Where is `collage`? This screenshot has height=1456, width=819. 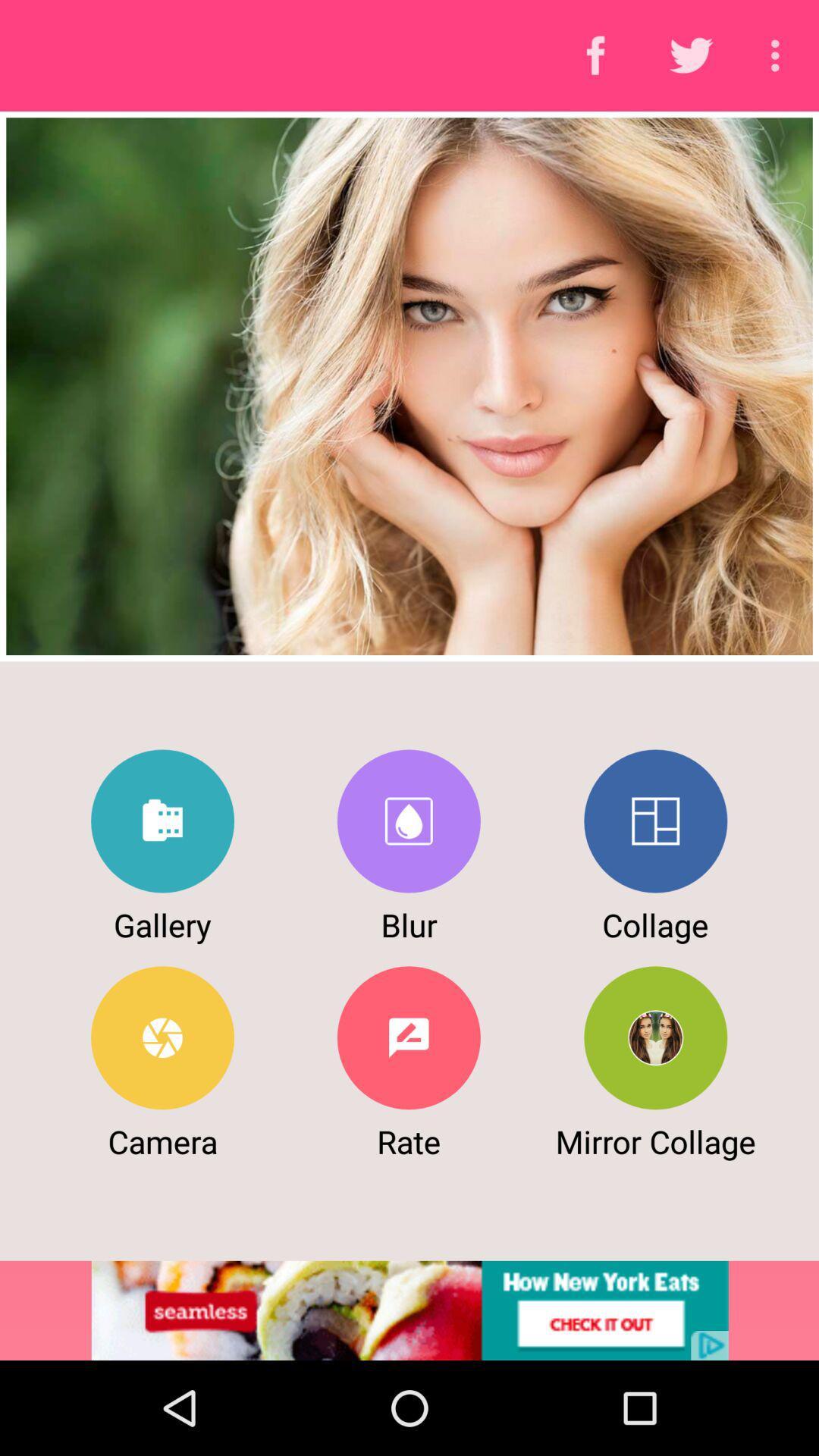 collage is located at coordinates (654, 821).